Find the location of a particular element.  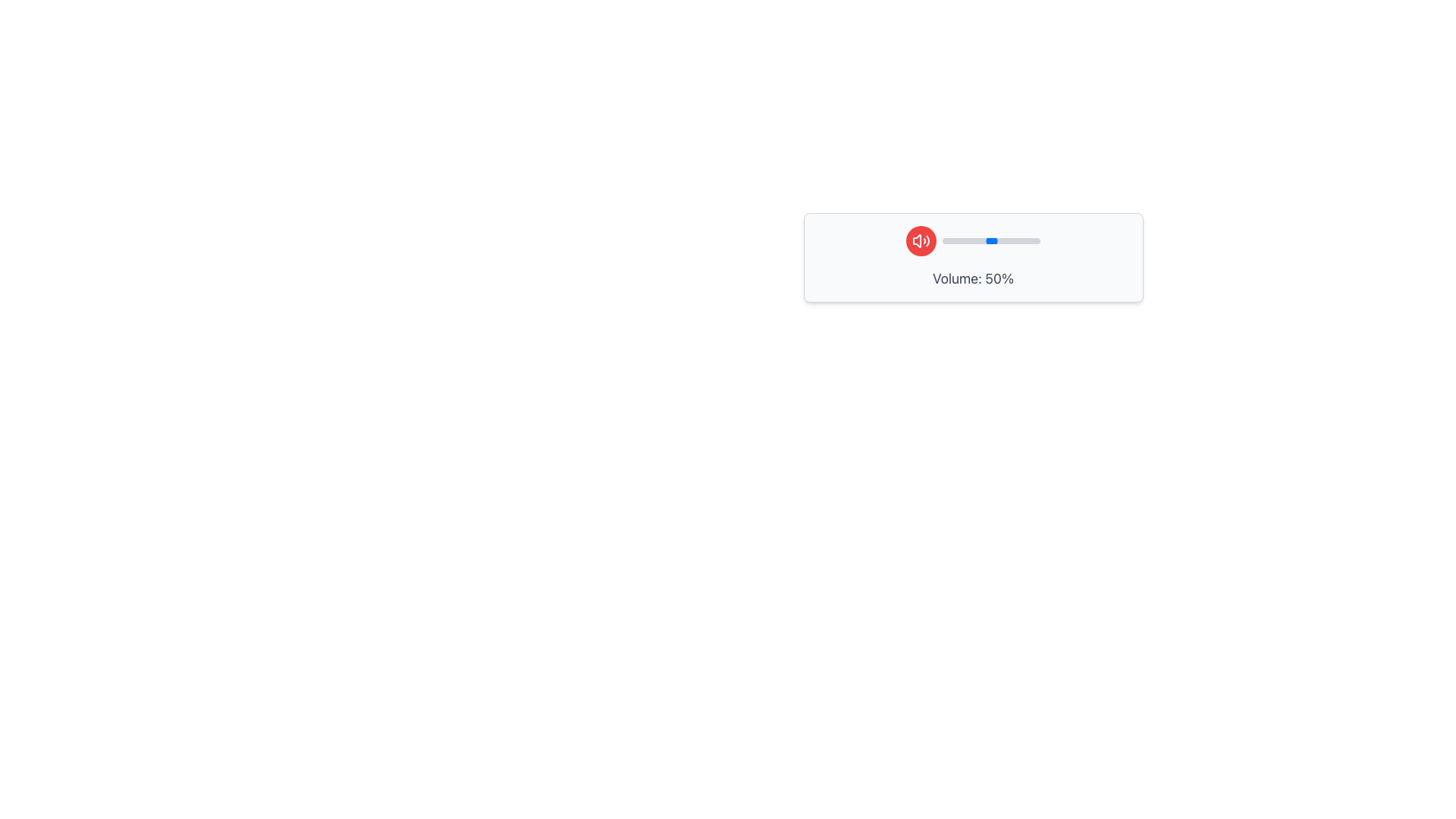

volume is located at coordinates (965, 240).